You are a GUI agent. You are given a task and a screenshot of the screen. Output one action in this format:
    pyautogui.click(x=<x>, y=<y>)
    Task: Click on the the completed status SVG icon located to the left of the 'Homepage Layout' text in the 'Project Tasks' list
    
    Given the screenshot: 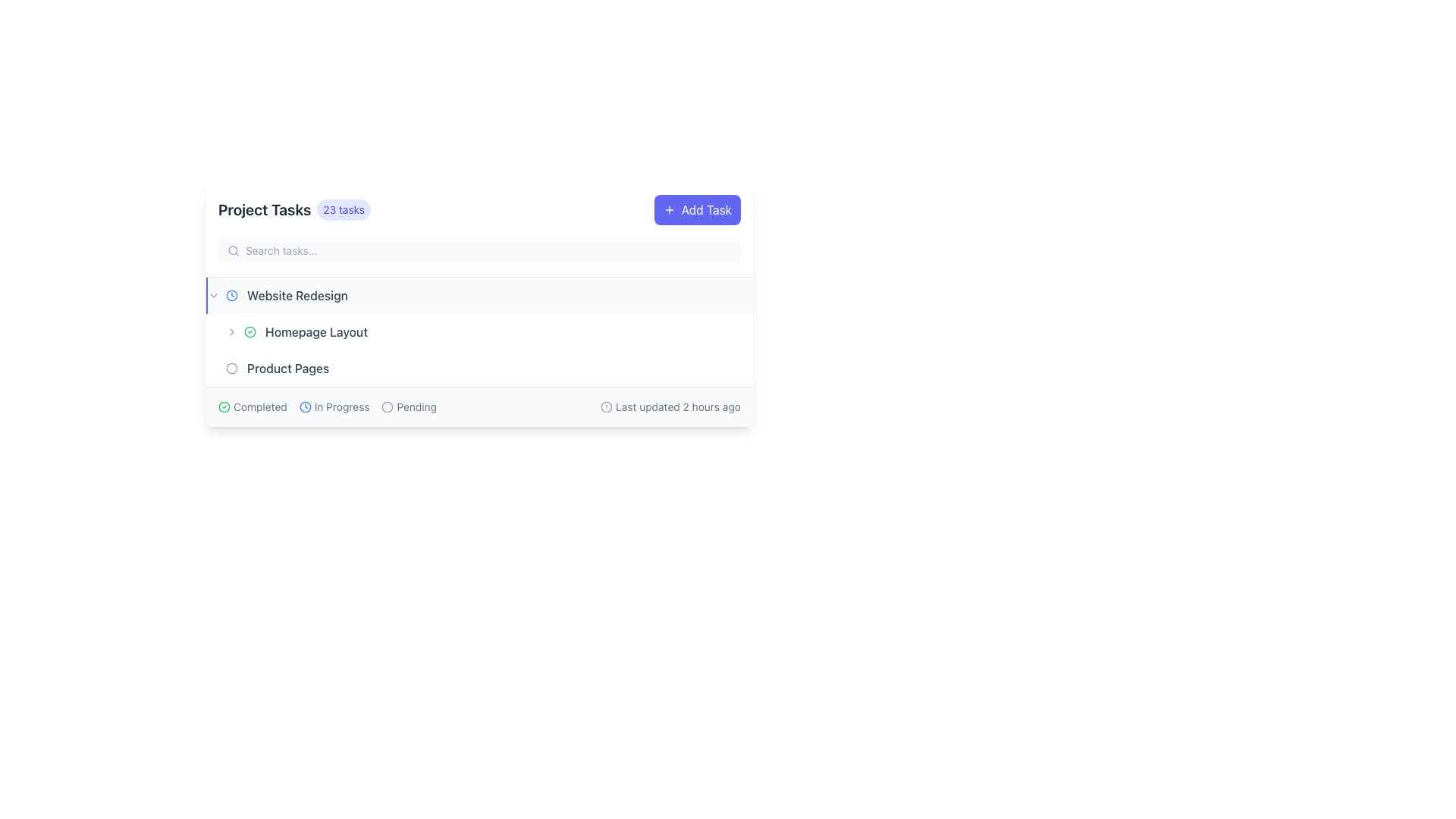 What is the action you would take?
    pyautogui.click(x=250, y=331)
    